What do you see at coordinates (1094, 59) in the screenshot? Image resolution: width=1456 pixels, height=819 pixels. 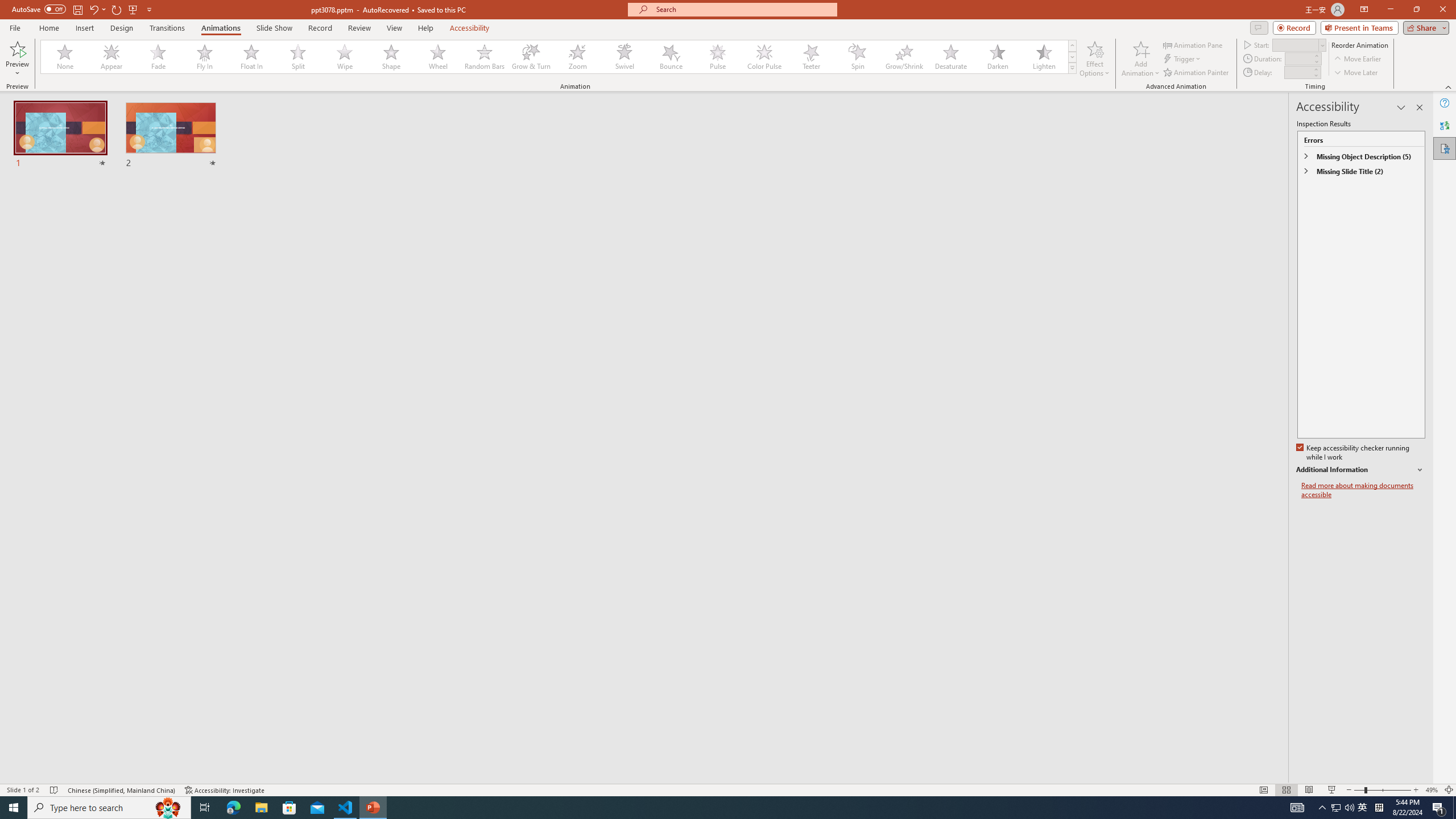 I see `'Effect Options'` at bounding box center [1094, 59].